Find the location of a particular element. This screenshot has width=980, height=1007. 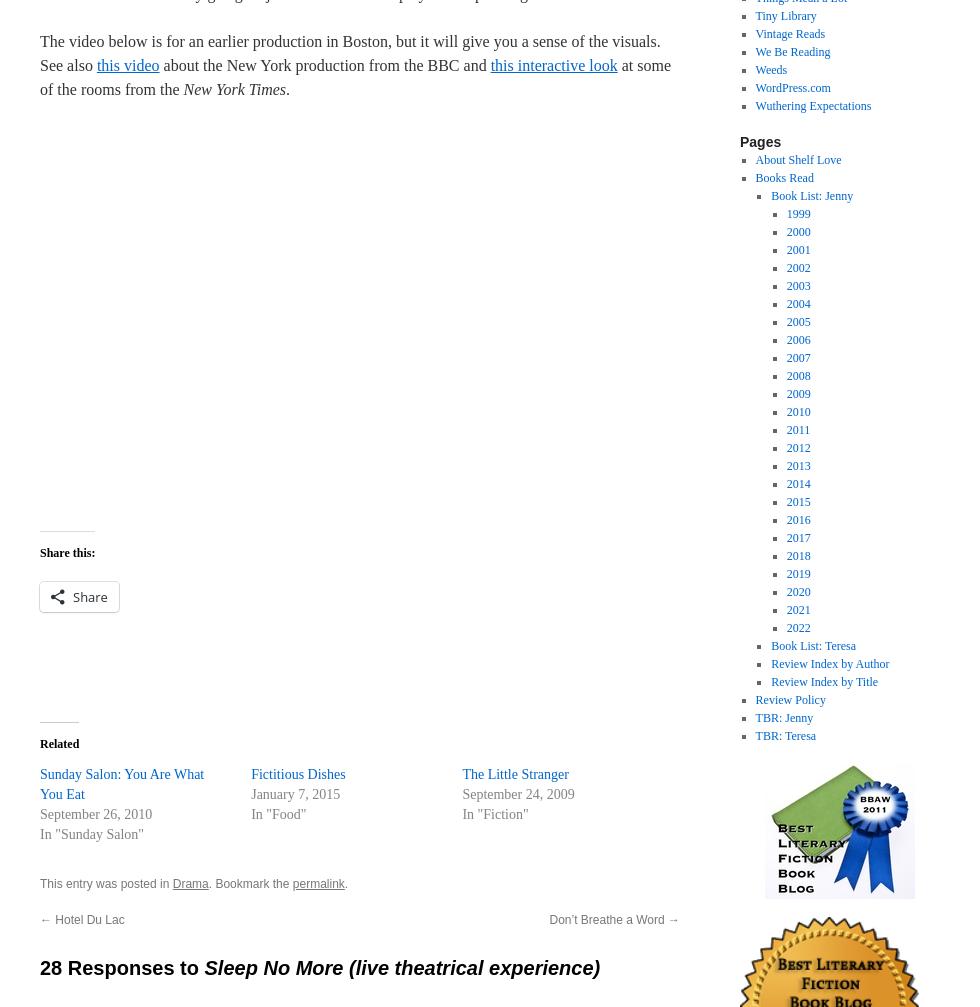

'2002' is located at coordinates (798, 267).